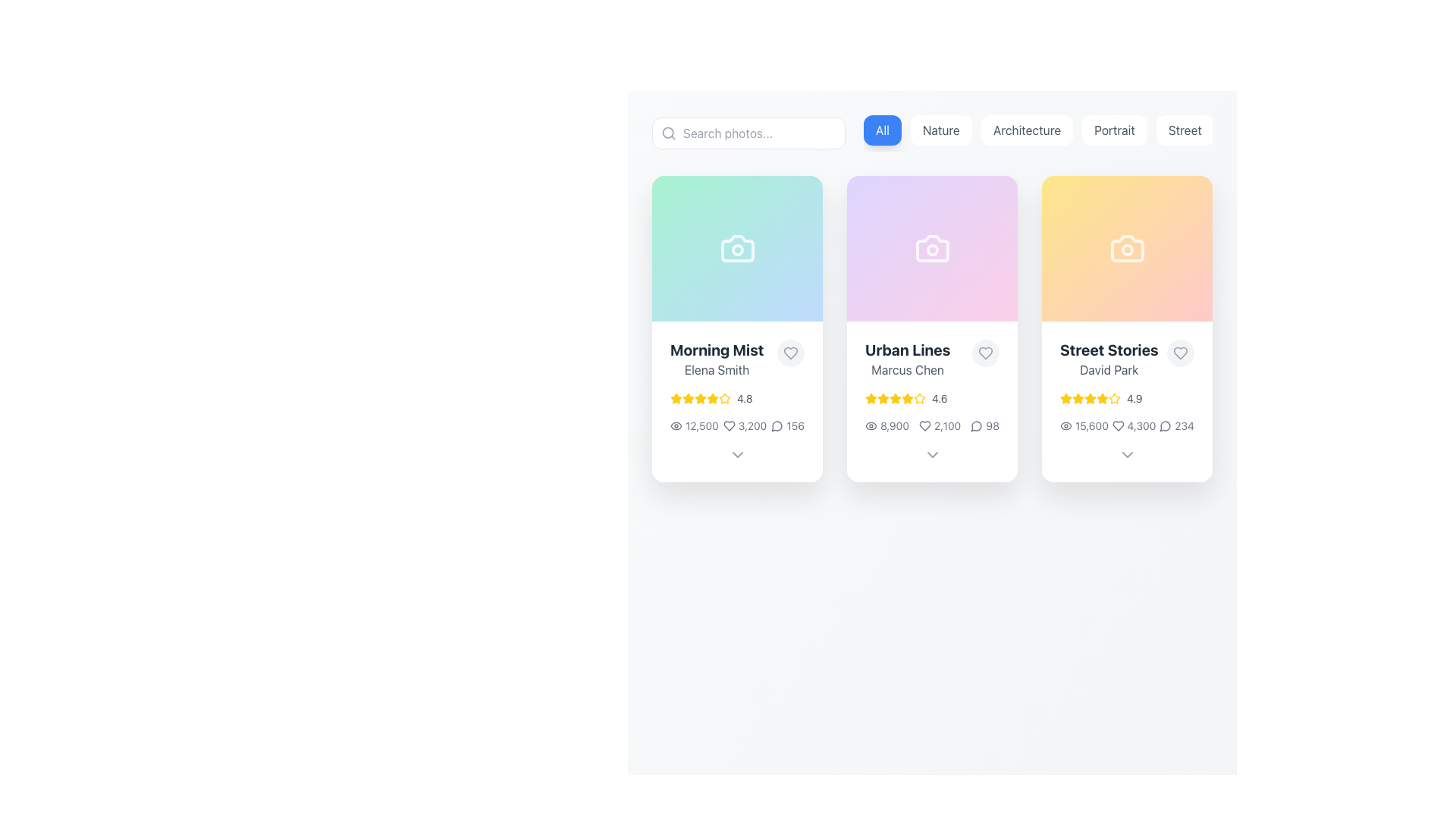 The height and width of the screenshot is (819, 1456). What do you see at coordinates (748, 133) in the screenshot?
I see `the search input field with rounded edges and a gray border to focus on the input area` at bounding box center [748, 133].